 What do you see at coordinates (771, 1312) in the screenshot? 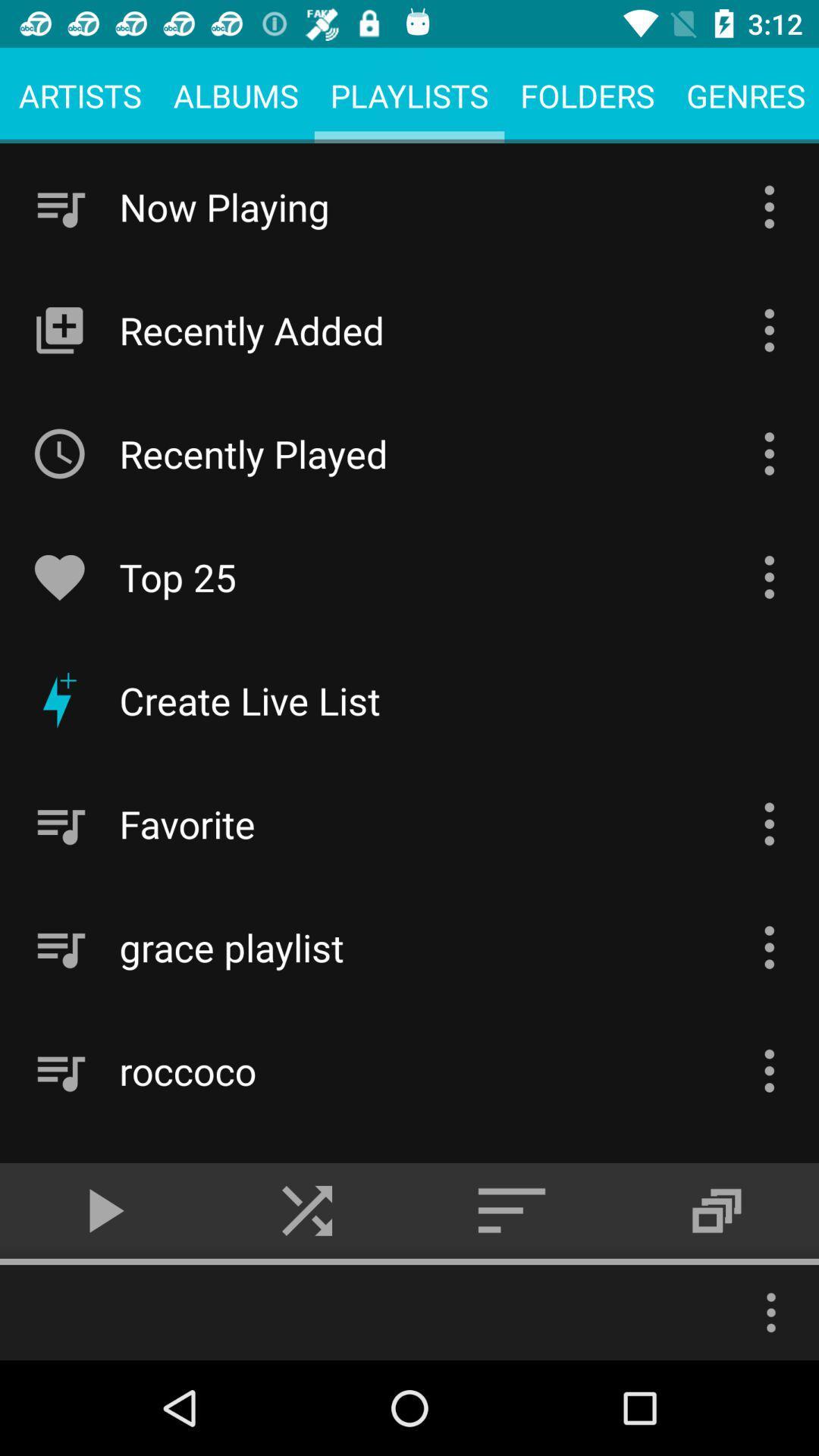
I see `the more icon` at bounding box center [771, 1312].